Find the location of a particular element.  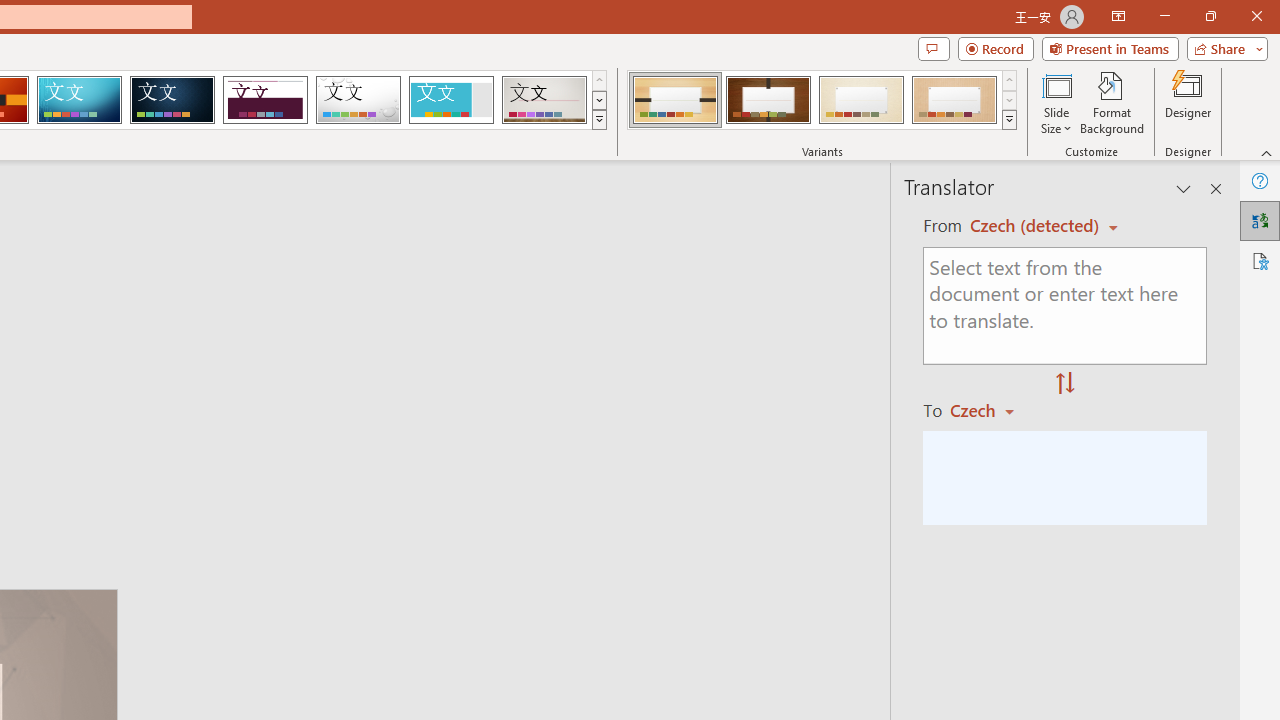

'Damask' is located at coordinates (172, 100).